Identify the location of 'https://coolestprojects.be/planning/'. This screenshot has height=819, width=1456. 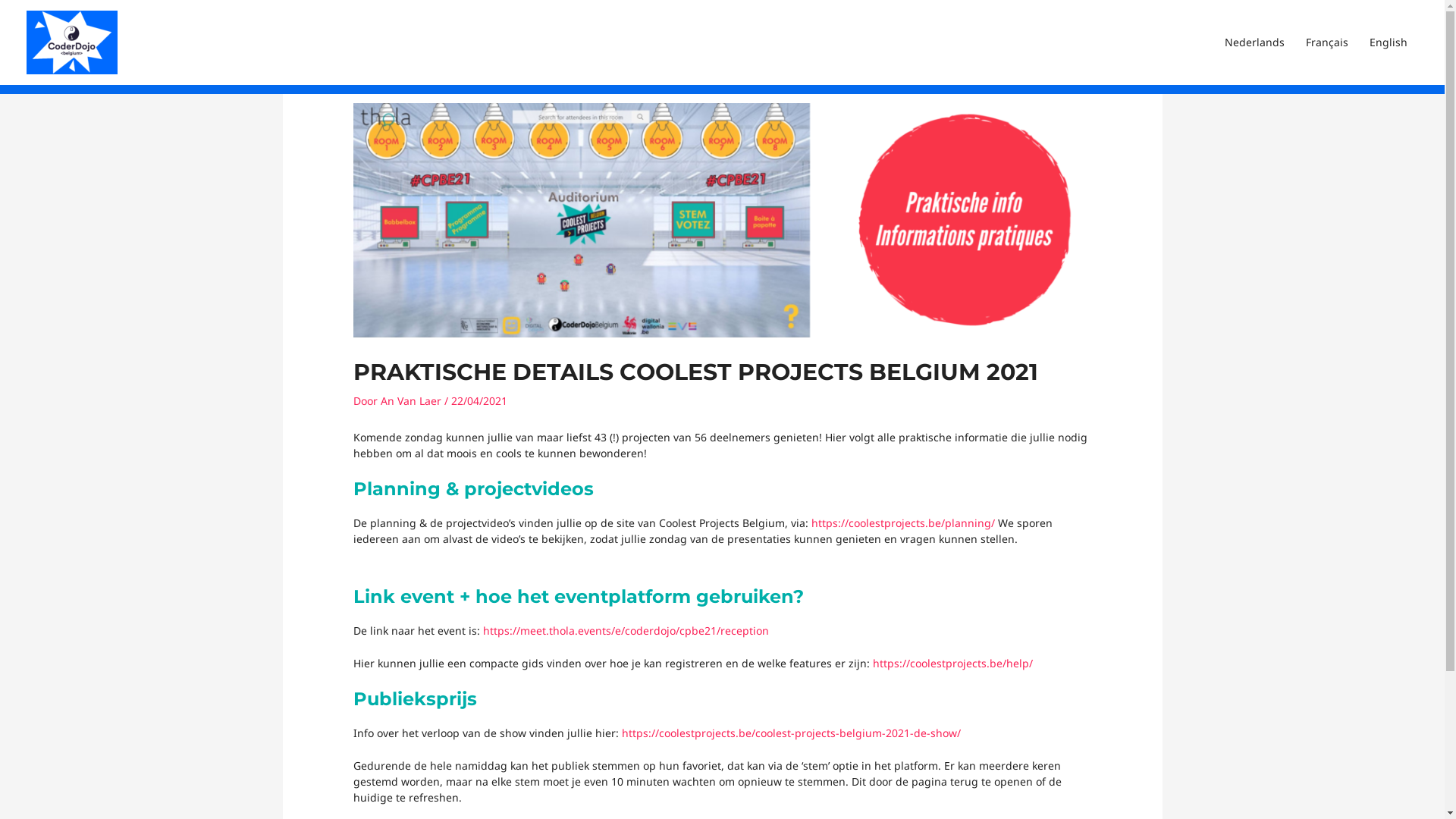
(811, 522).